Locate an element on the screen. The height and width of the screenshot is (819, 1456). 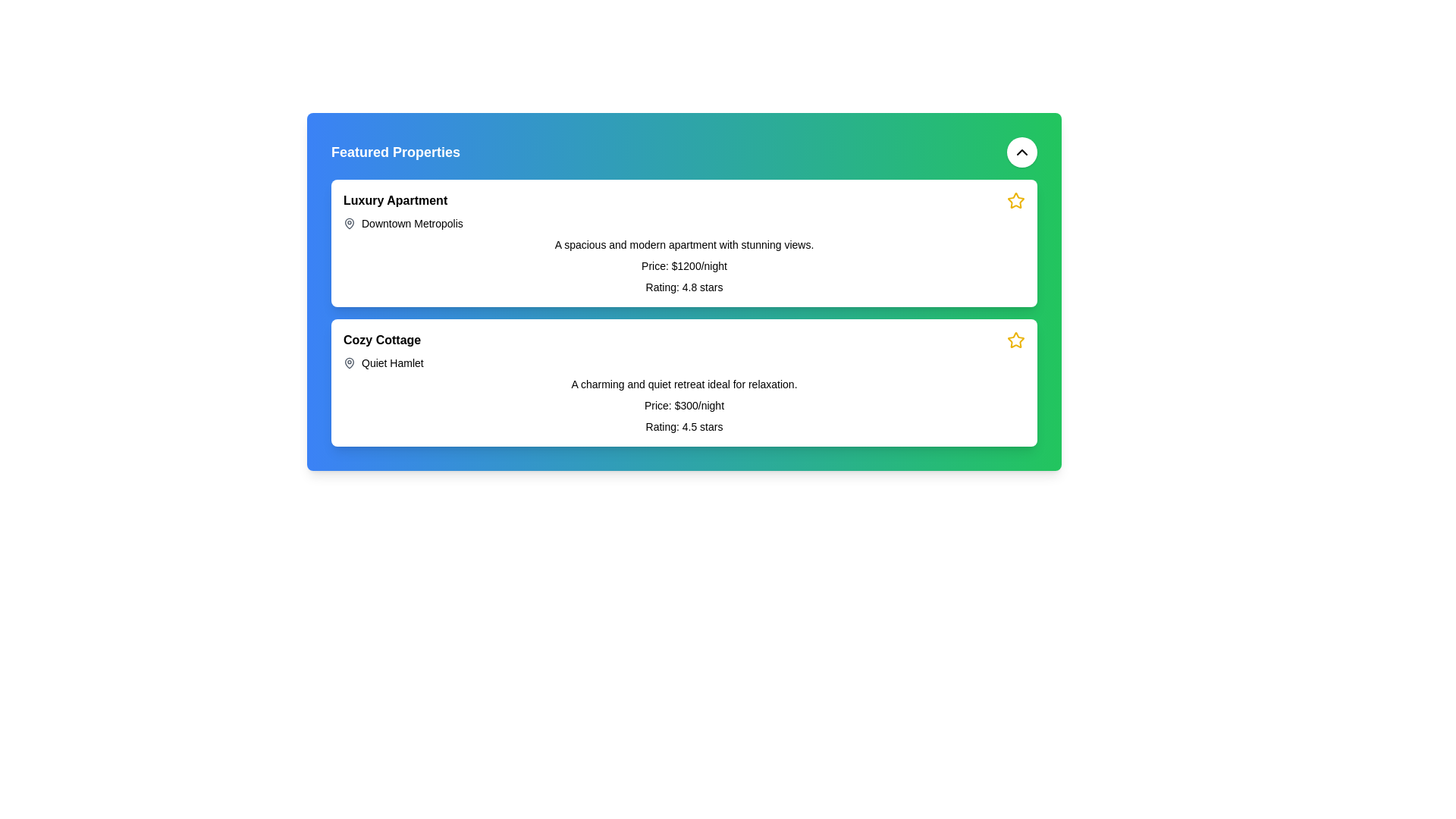
the star-shaped icon located in the top-right corner of the 'Cozy Cottage' listing card to mark it as a favorite is located at coordinates (1015, 339).